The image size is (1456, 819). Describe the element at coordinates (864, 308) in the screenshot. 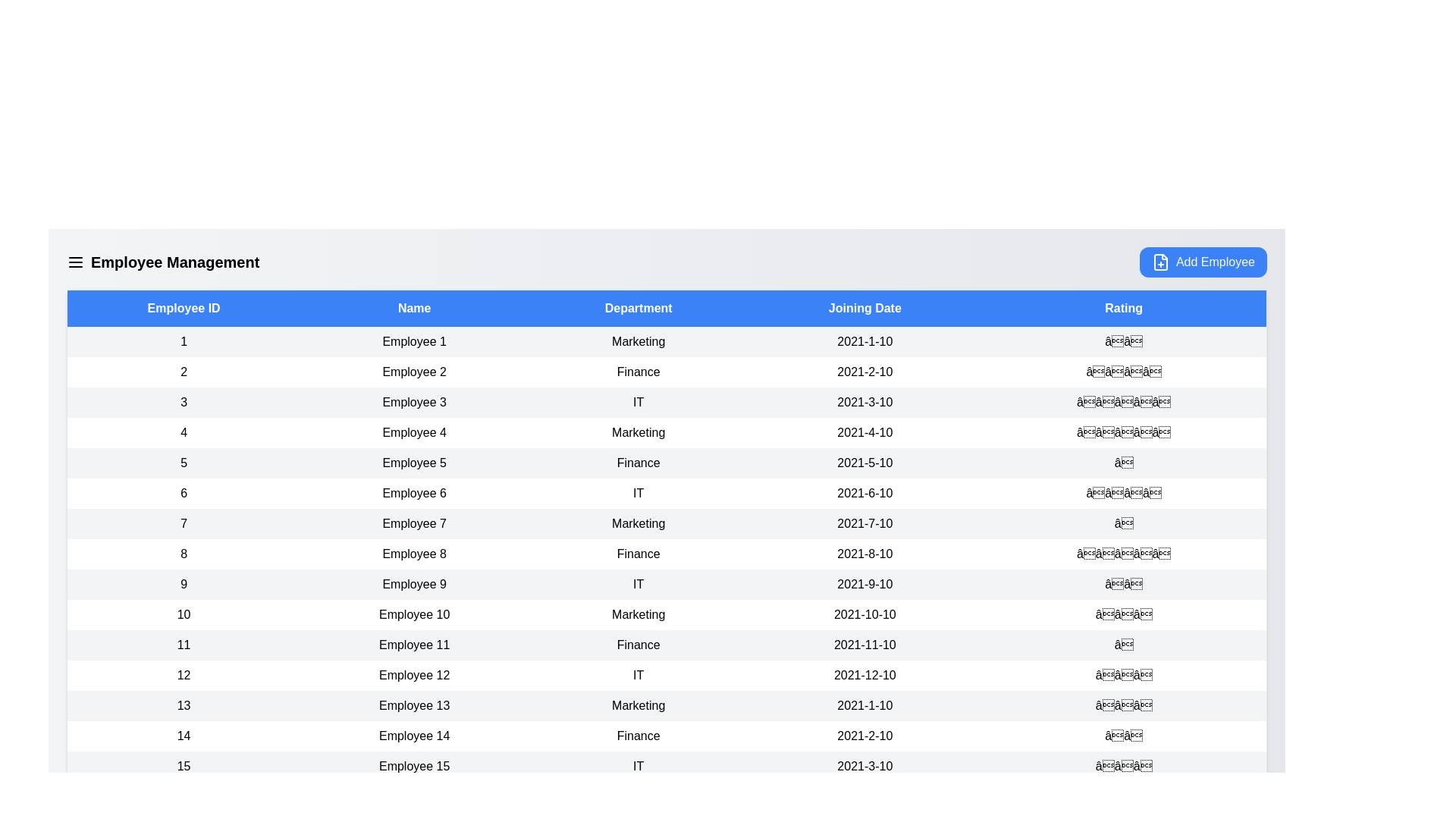

I see `the header of the table to sort the data by Joining Date` at that location.